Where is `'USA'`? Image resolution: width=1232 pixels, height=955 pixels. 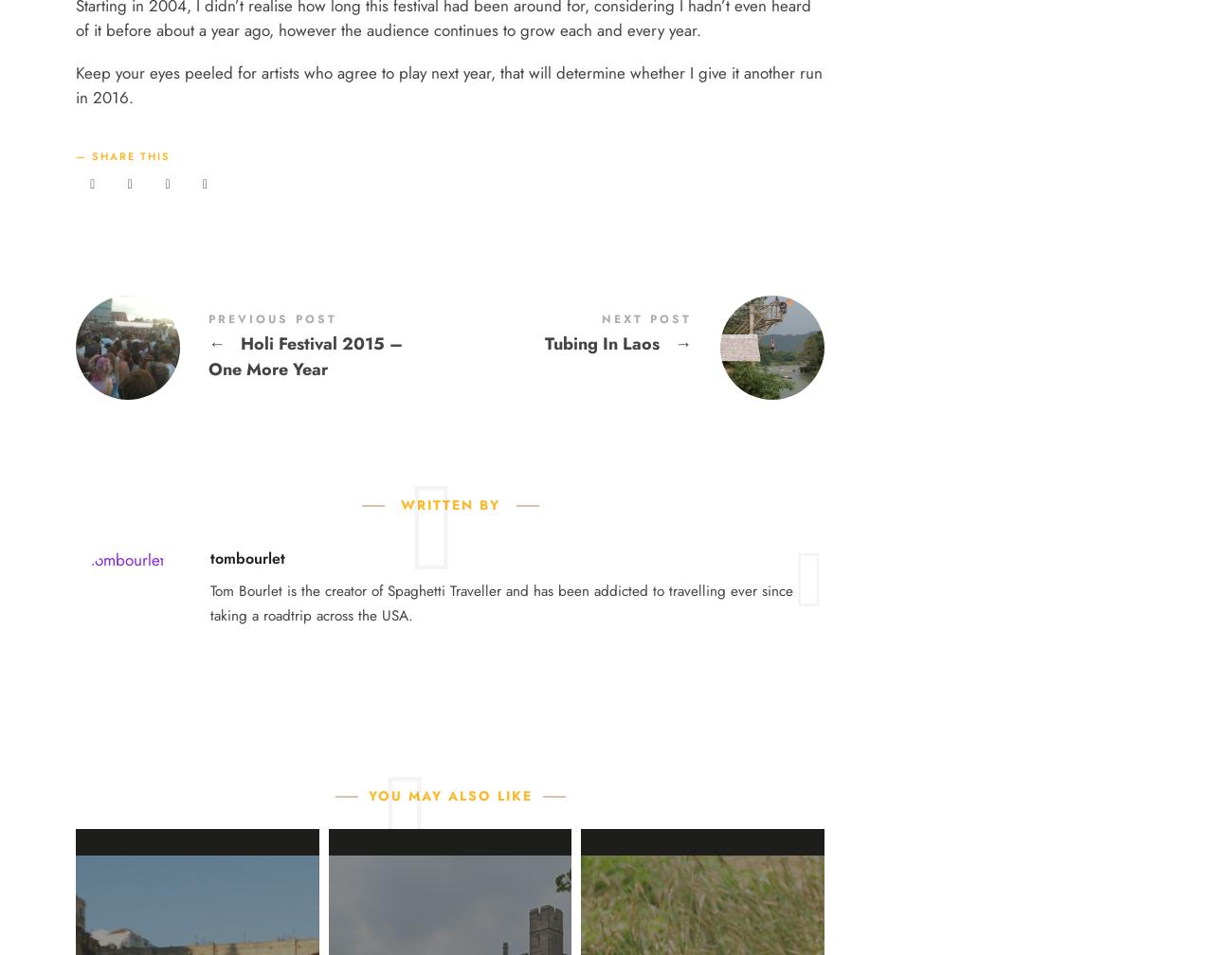 'USA' is located at coordinates (487, 215).